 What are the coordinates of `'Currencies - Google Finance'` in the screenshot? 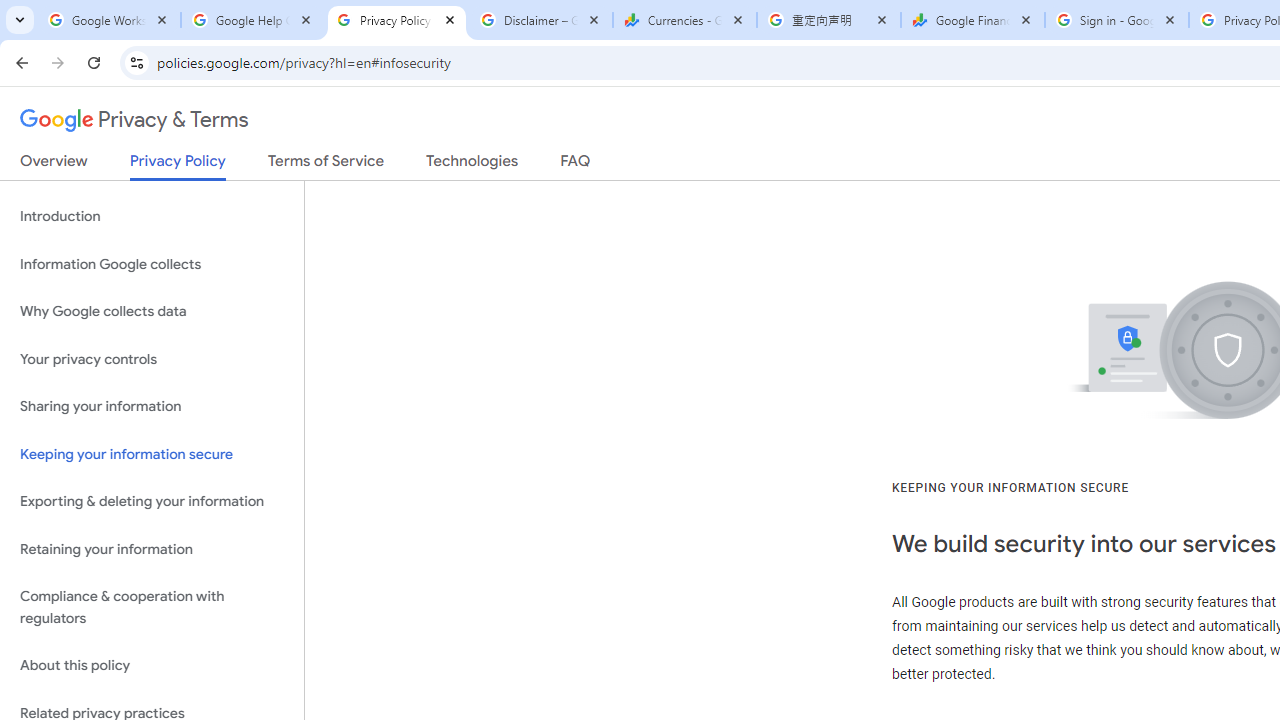 It's located at (684, 20).